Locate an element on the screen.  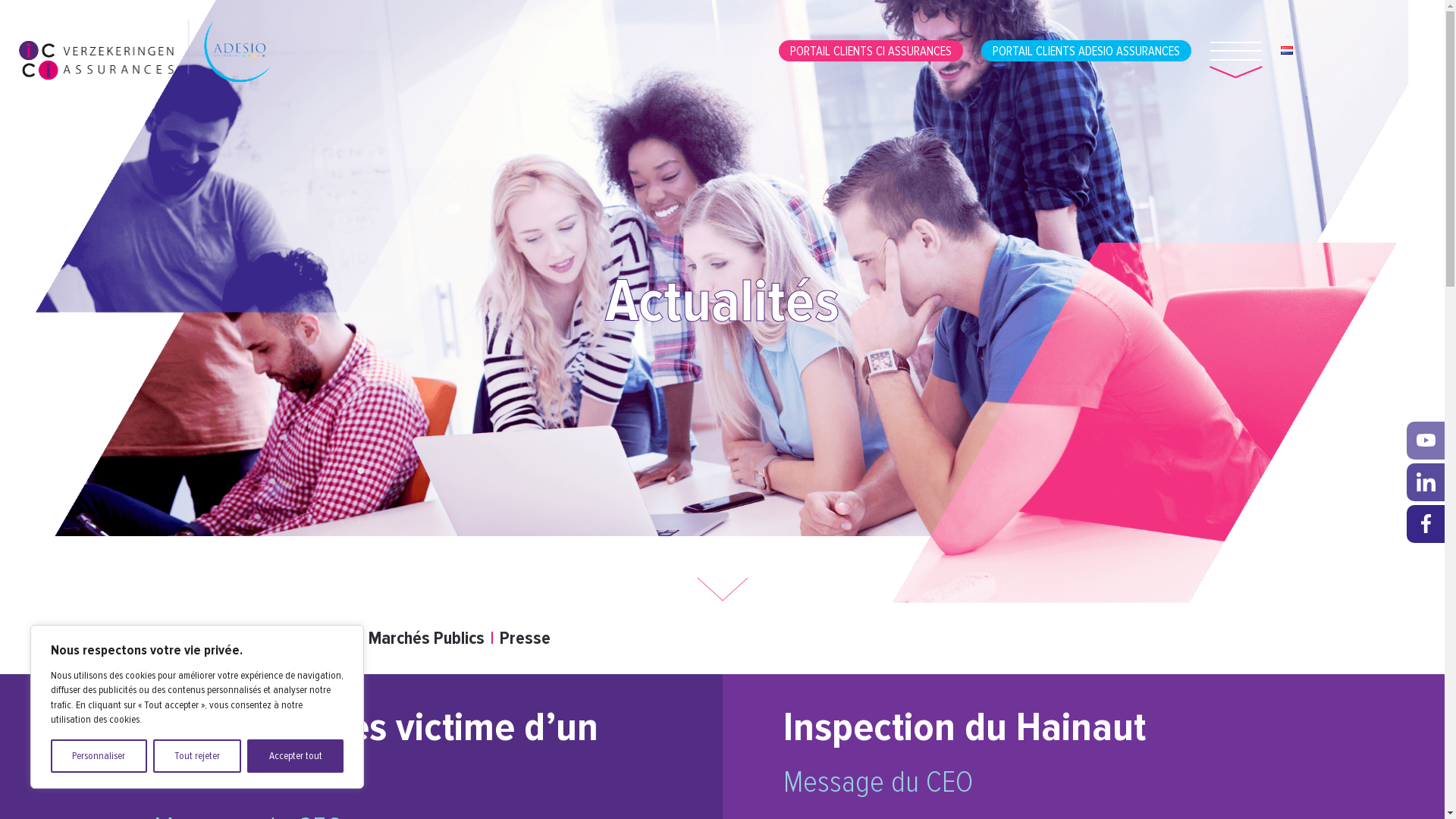
'Accepter tout' is located at coordinates (295, 755).